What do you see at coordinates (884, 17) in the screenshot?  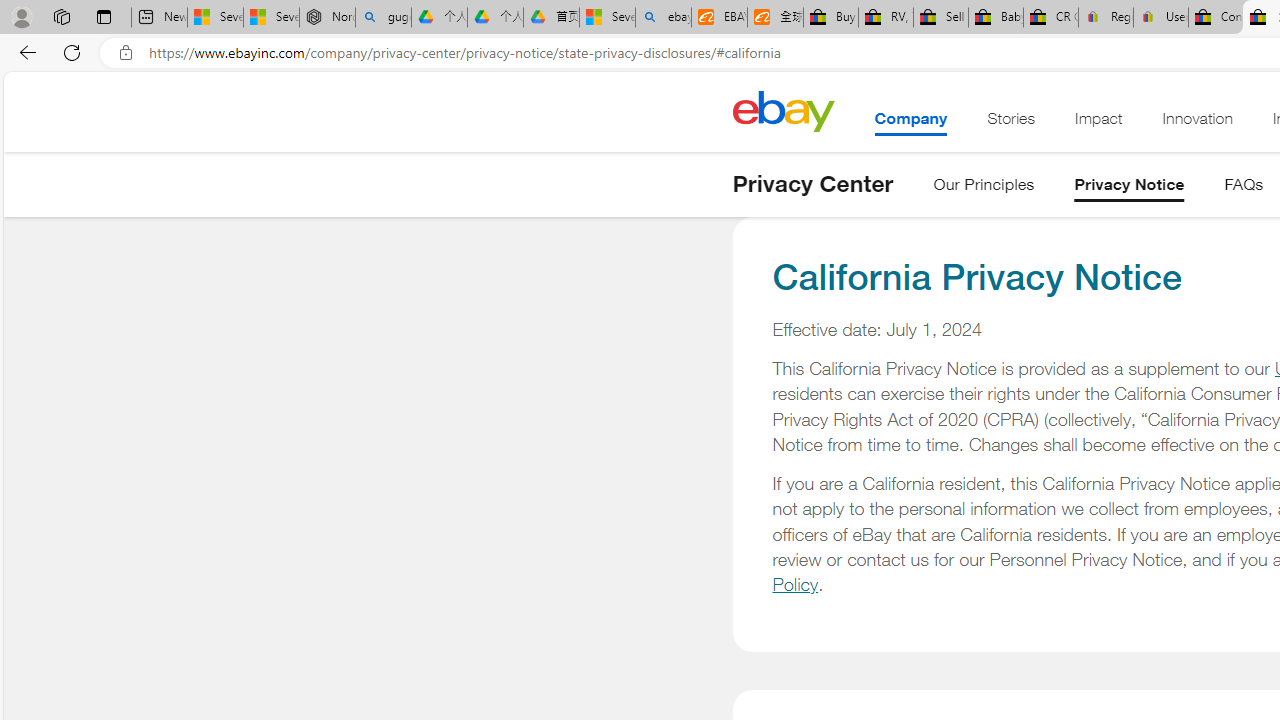 I see `'RV, Trailer & Camper Steps & Ladders for sale | eBay'` at bounding box center [884, 17].